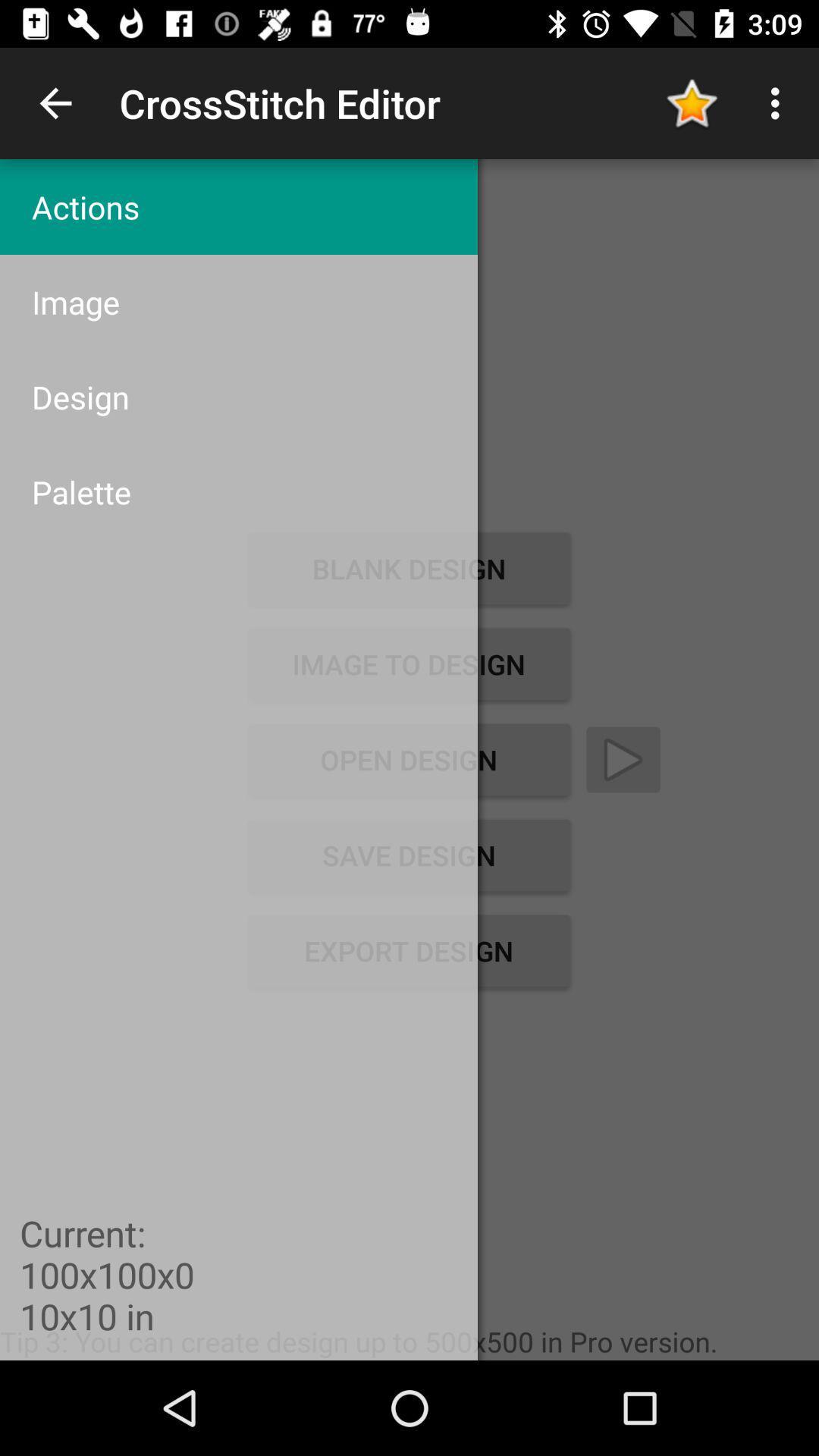 This screenshot has height=1456, width=819. I want to click on the icon above the tip 3 you, so click(408, 949).